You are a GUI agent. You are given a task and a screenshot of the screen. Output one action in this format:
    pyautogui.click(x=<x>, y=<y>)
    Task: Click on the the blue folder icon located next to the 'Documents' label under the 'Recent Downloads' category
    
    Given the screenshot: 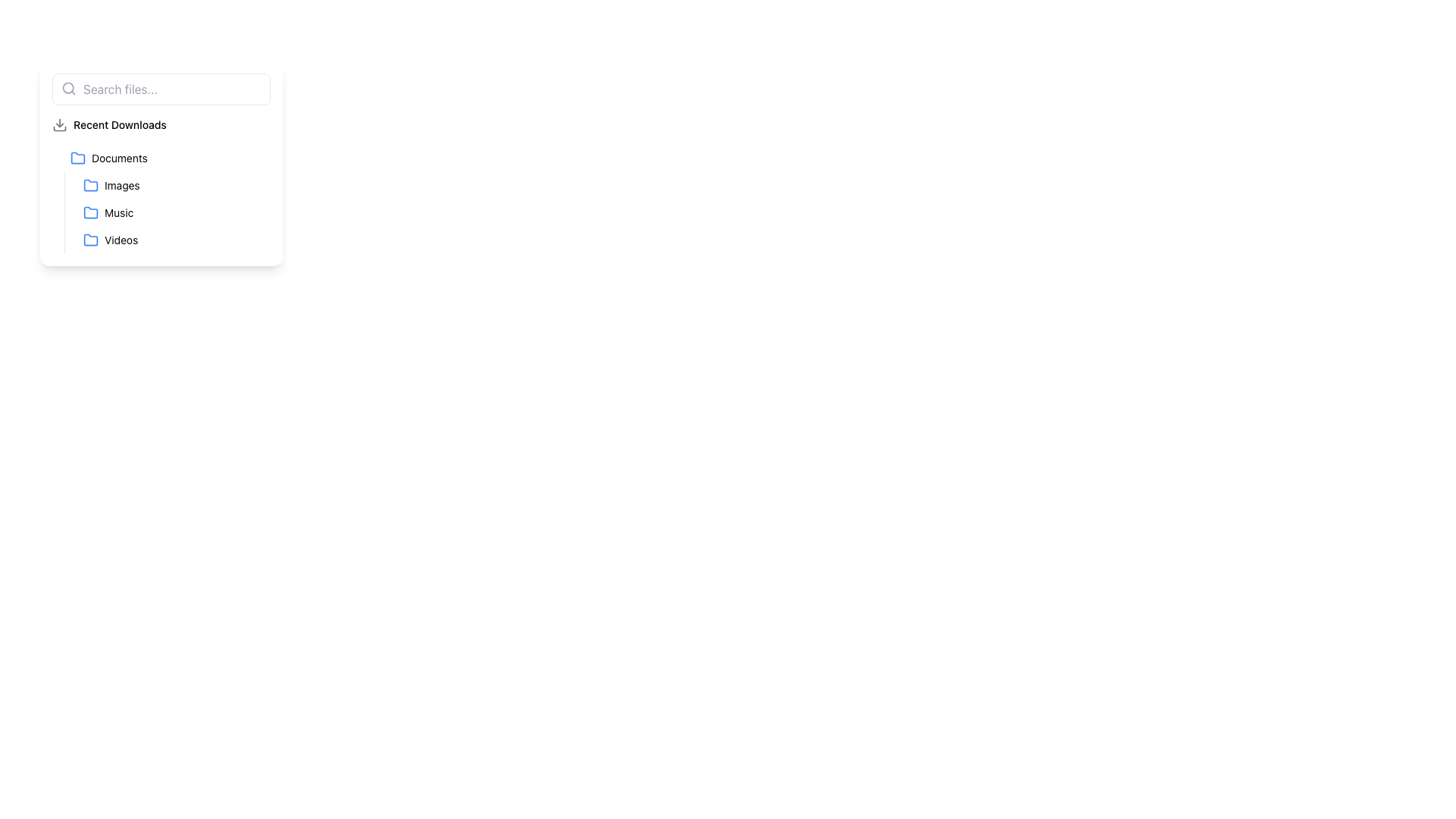 What is the action you would take?
    pyautogui.click(x=77, y=158)
    